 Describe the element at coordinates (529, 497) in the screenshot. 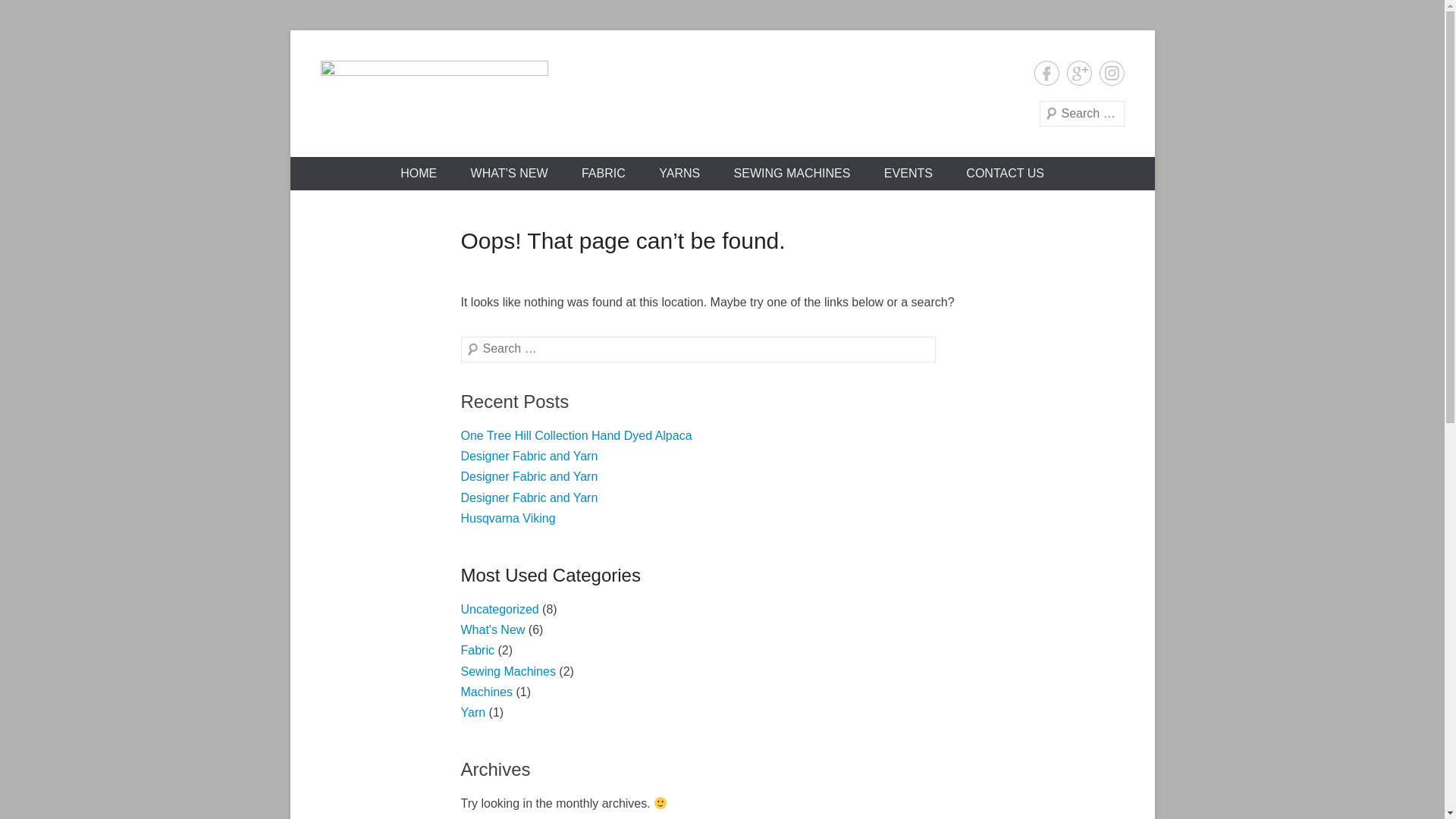

I see `'Designer Fabric and Yarn'` at that location.